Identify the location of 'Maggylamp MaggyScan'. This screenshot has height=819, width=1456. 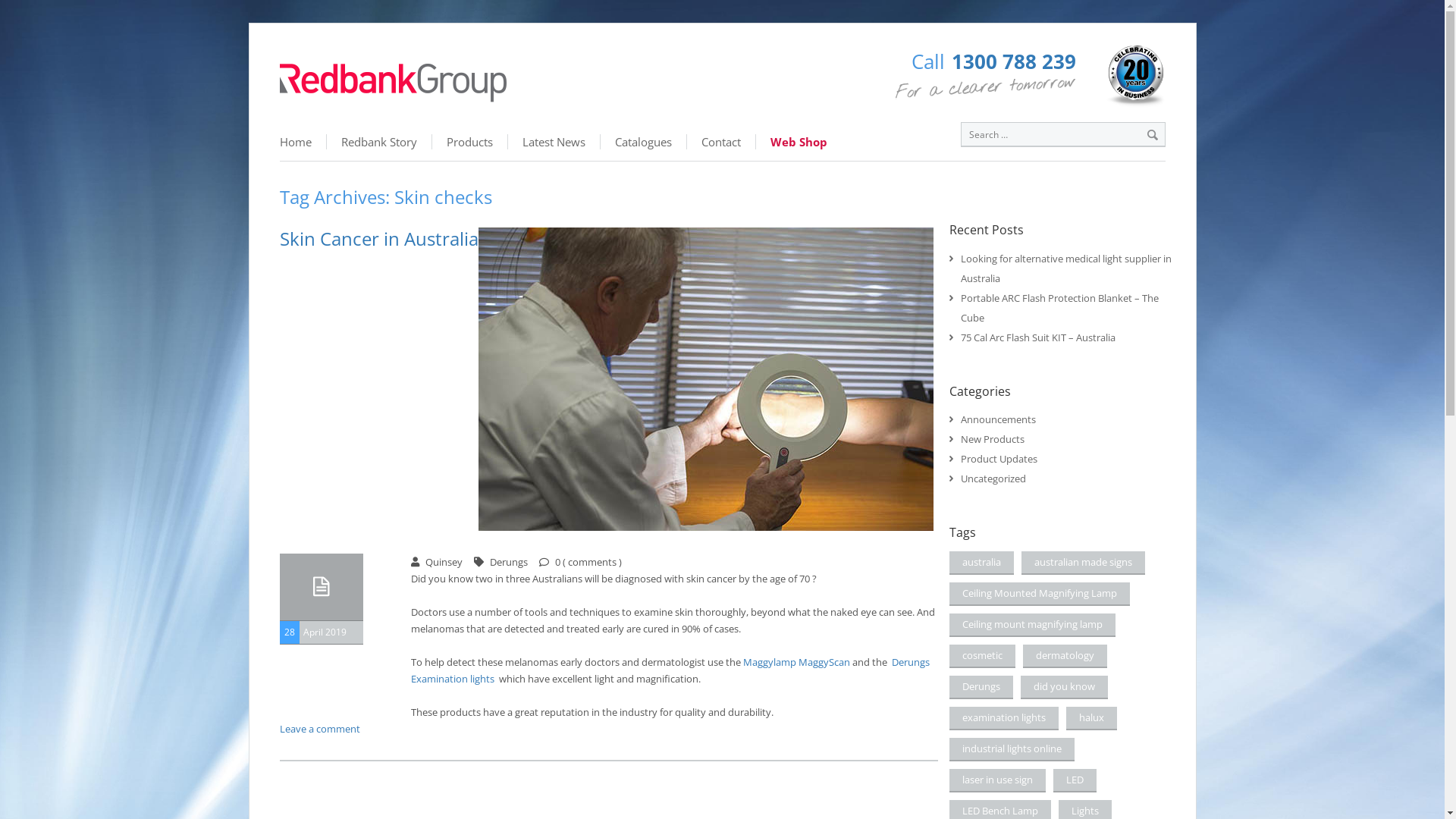
(795, 661).